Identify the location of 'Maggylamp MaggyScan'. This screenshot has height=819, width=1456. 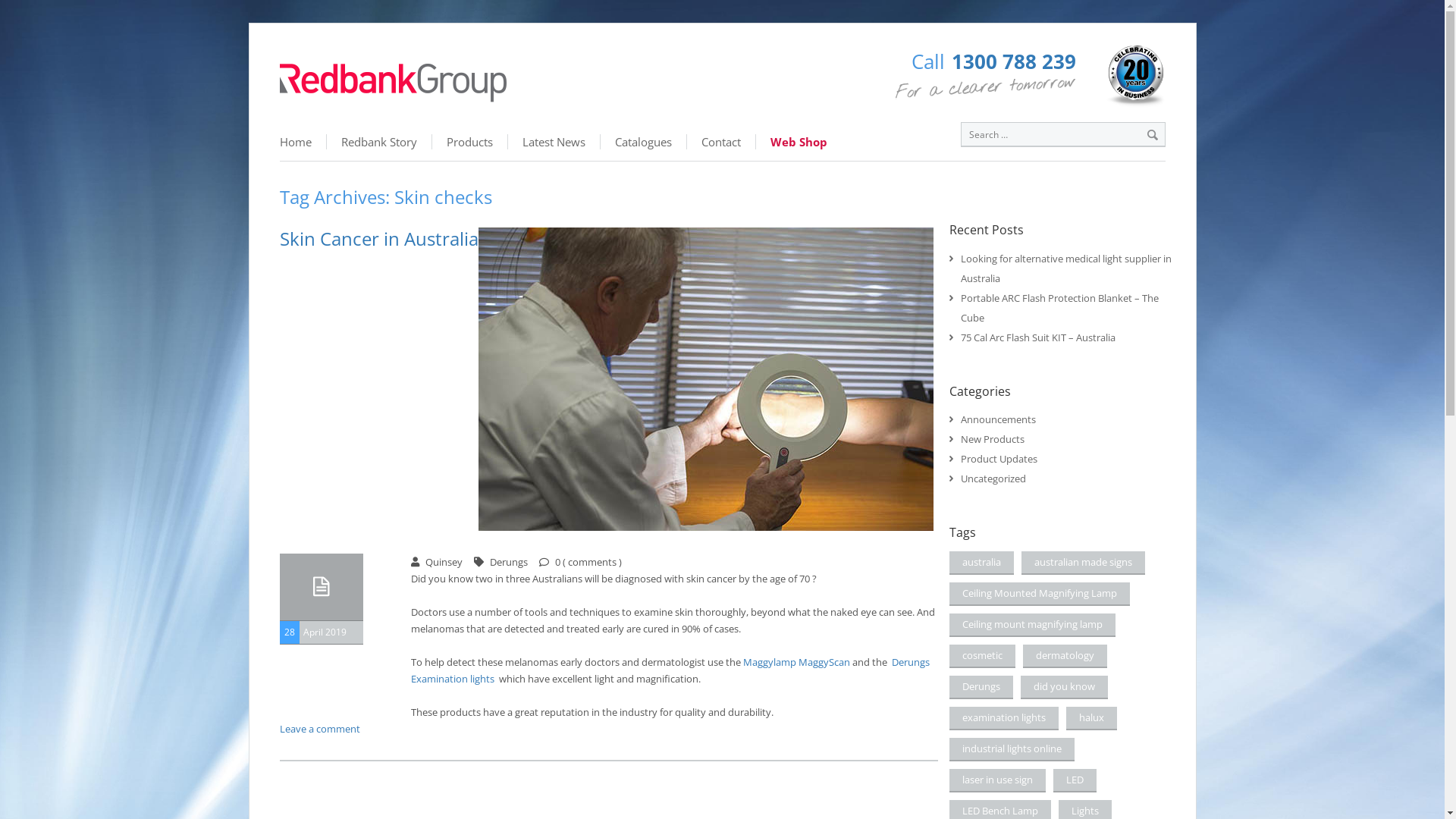
(795, 661).